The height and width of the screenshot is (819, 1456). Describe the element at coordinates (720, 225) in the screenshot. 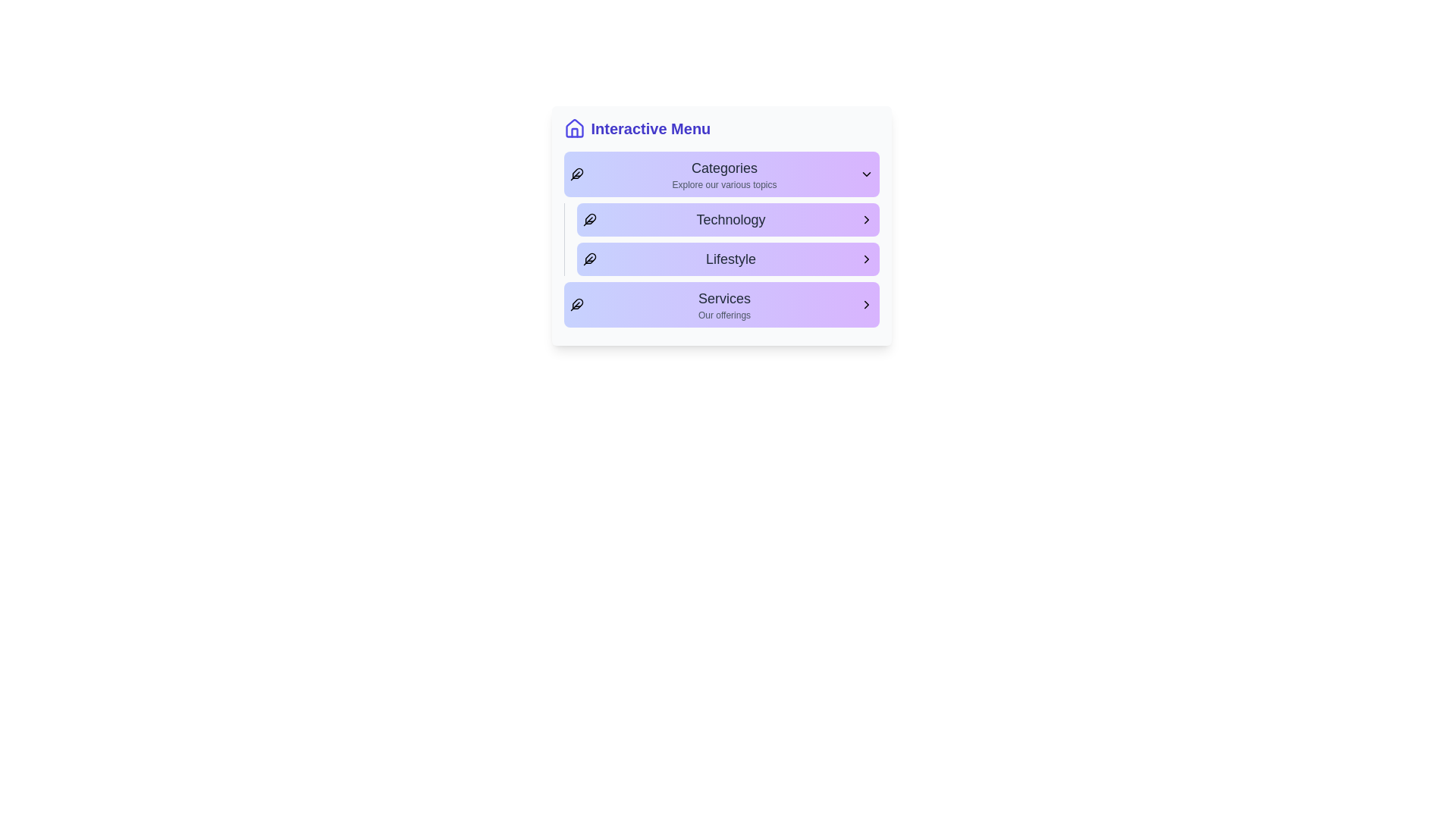

I see `the 'Technology' menu item button using keyboard navigation` at that location.